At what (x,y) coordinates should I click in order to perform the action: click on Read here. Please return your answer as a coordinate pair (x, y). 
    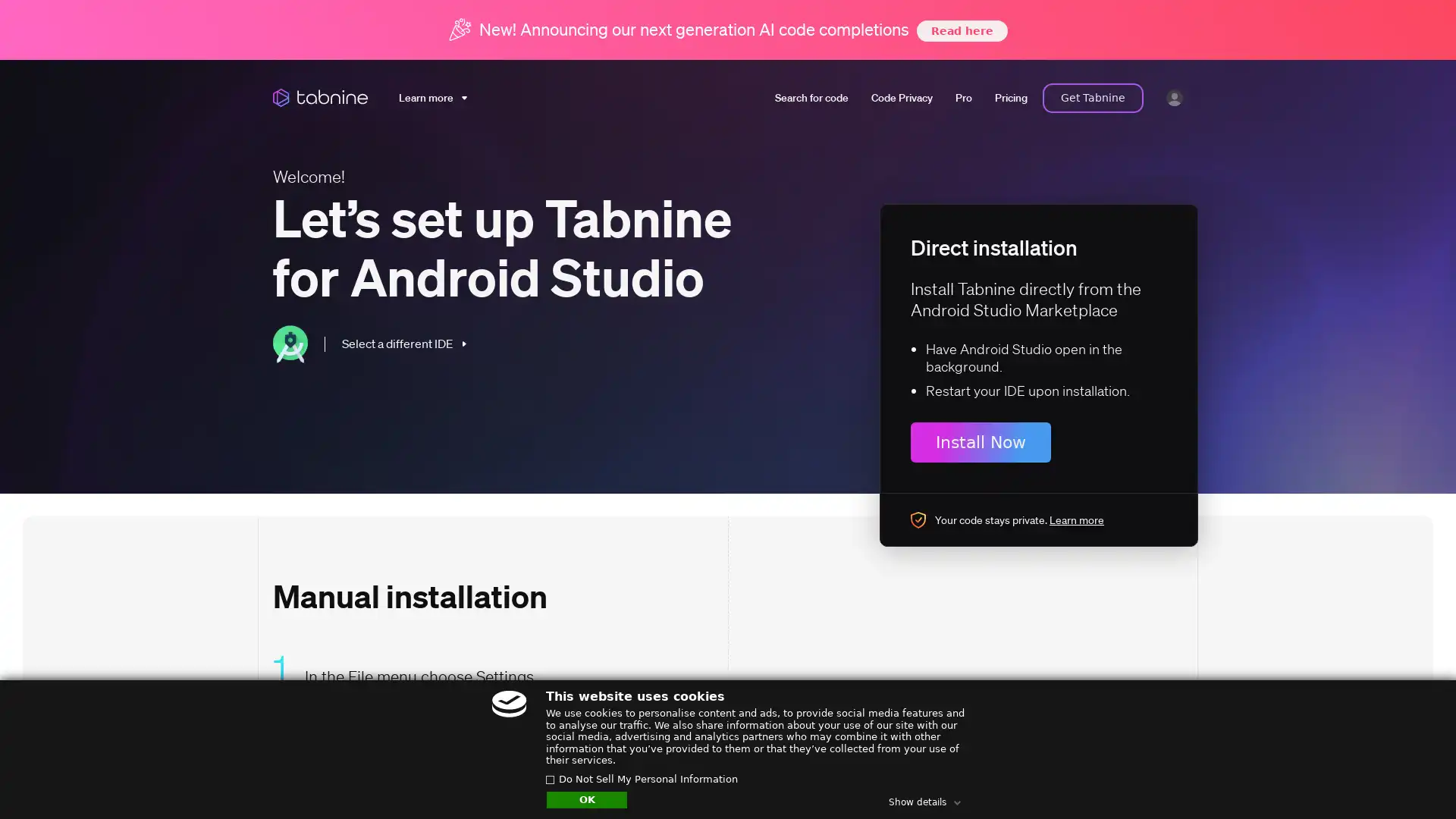
    Looking at the image, I should click on (960, 30).